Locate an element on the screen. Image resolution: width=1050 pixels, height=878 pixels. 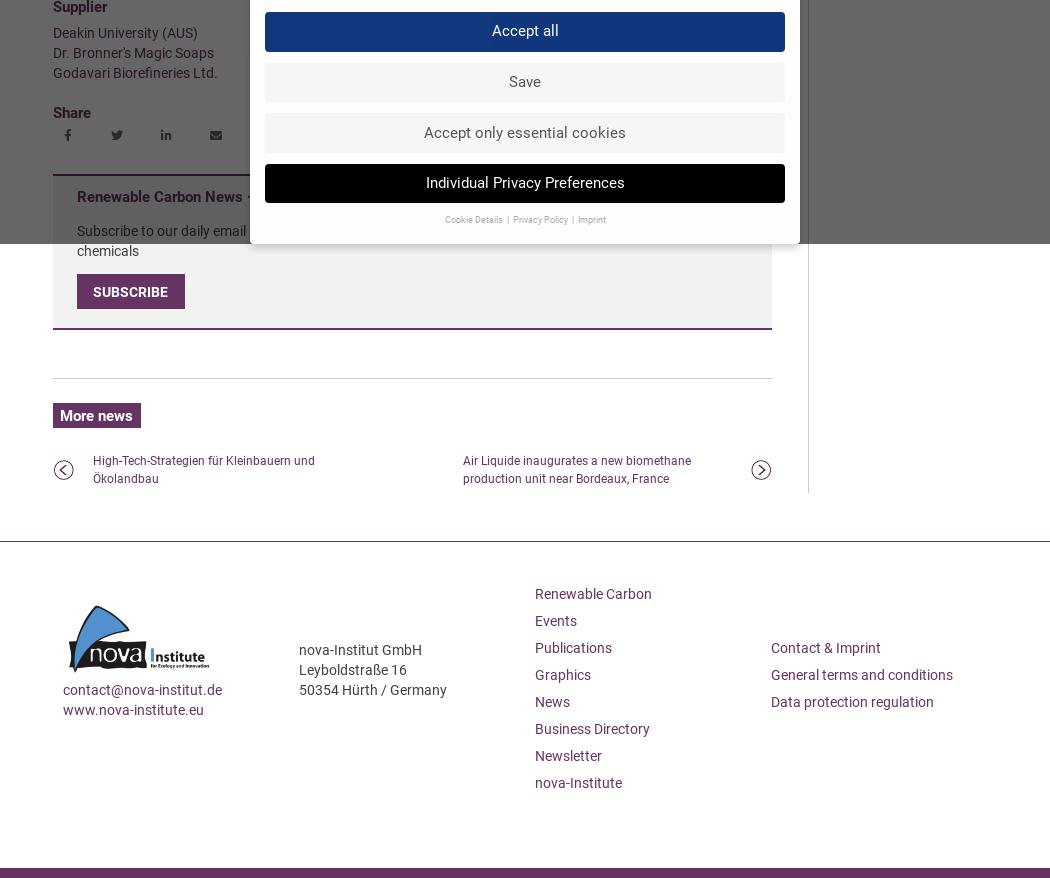
'50354 Hürth / Germany' is located at coordinates (296, 690).